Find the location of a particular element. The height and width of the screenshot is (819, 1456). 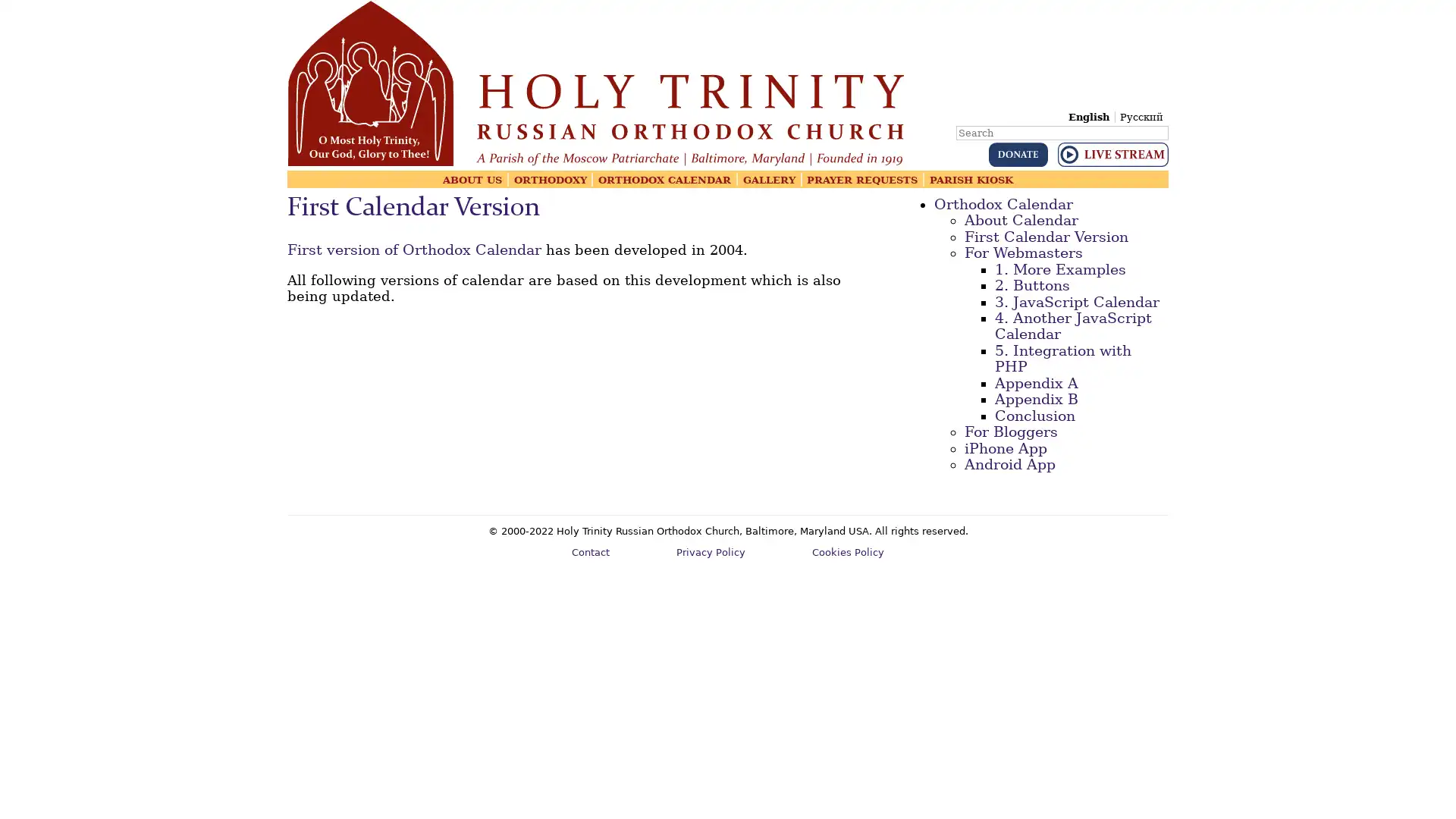

PayPal - The safer, easier way to pay online! is located at coordinates (1018, 155).